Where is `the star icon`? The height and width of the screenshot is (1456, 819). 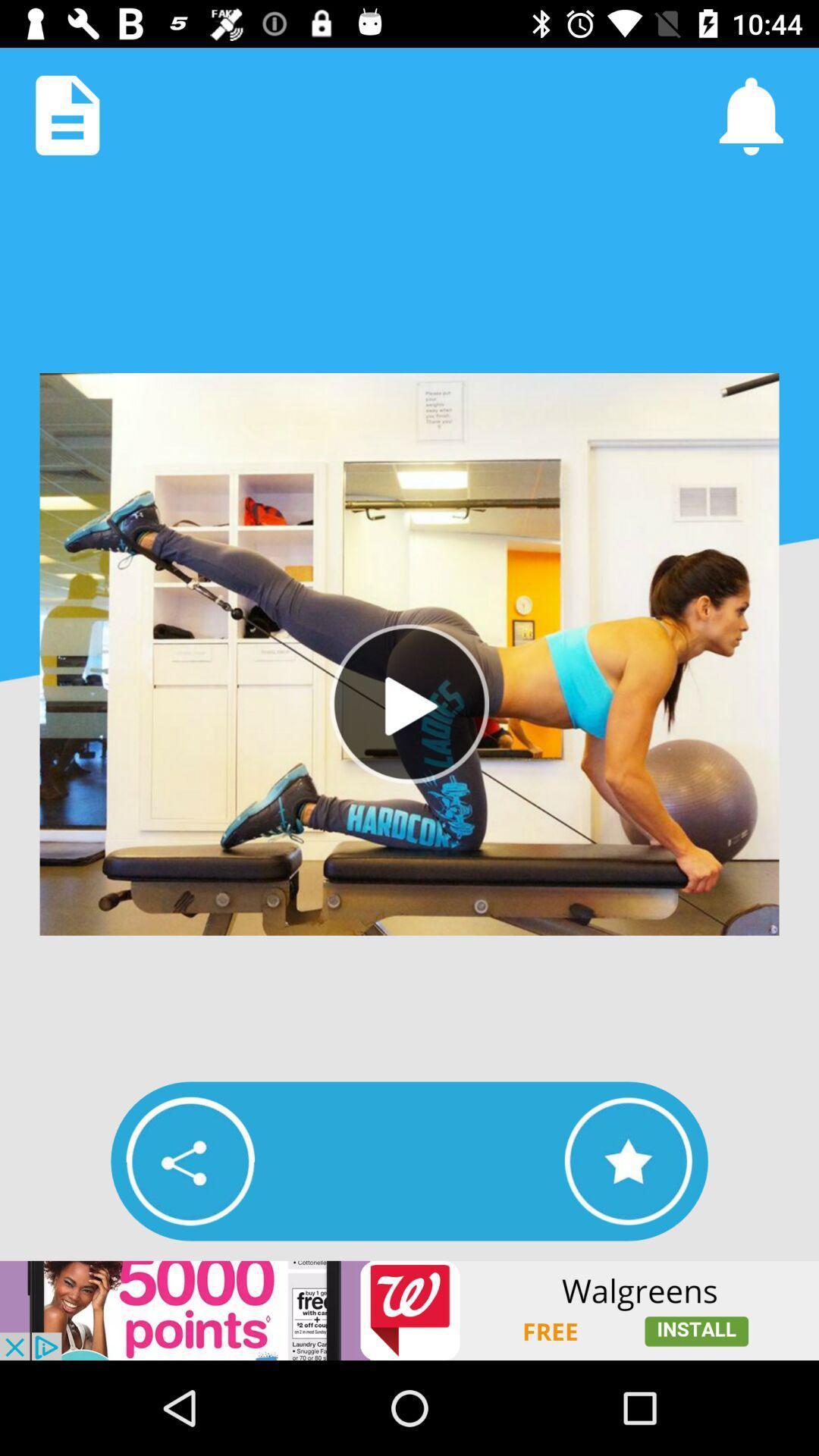 the star icon is located at coordinates (628, 1160).